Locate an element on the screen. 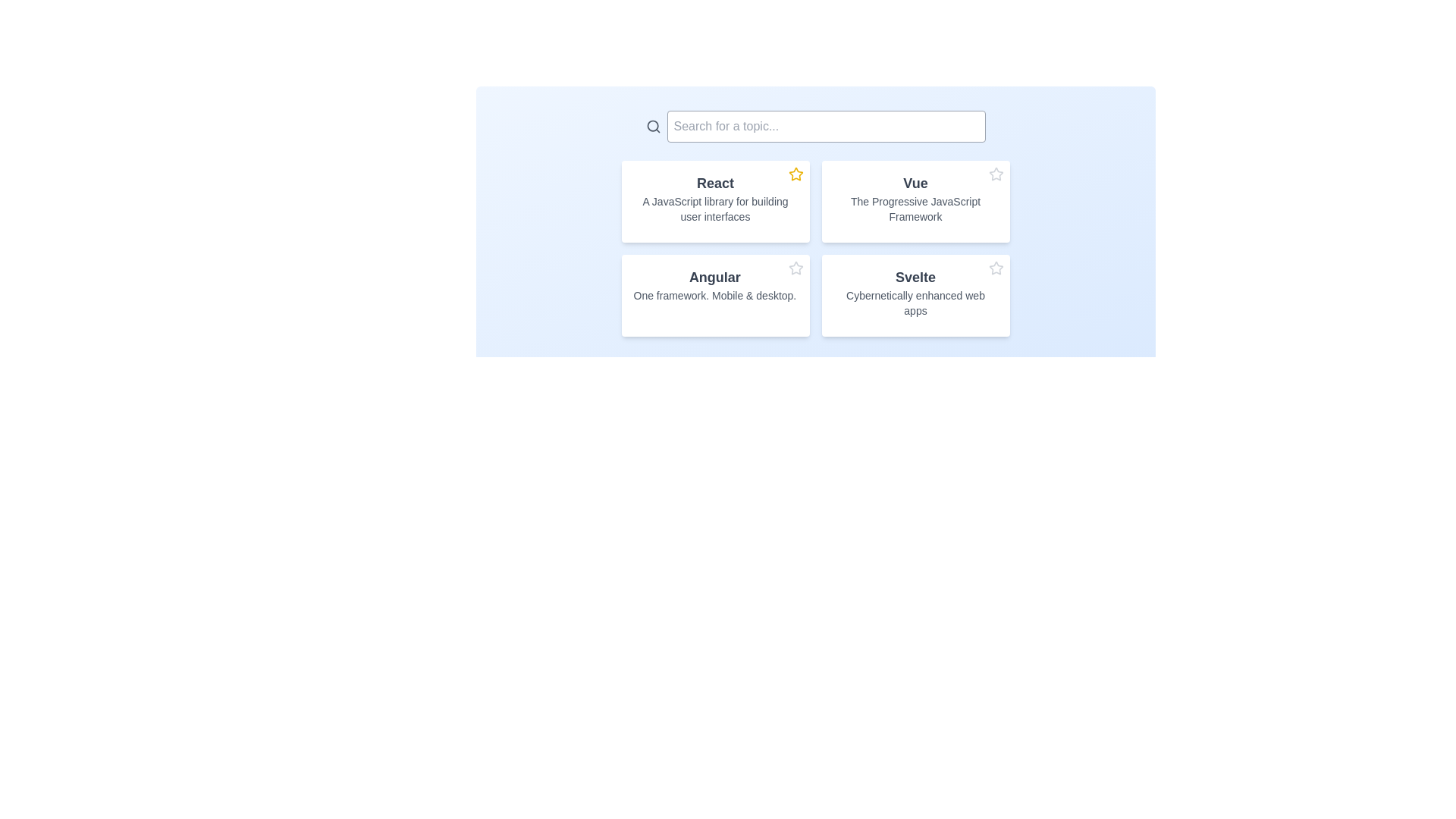 The width and height of the screenshot is (1456, 819). the prominent 'Vue' text label, which is styled in a bold and larger font, located in the upper portion of the second card in a 2x2 grid layout is located at coordinates (915, 183).